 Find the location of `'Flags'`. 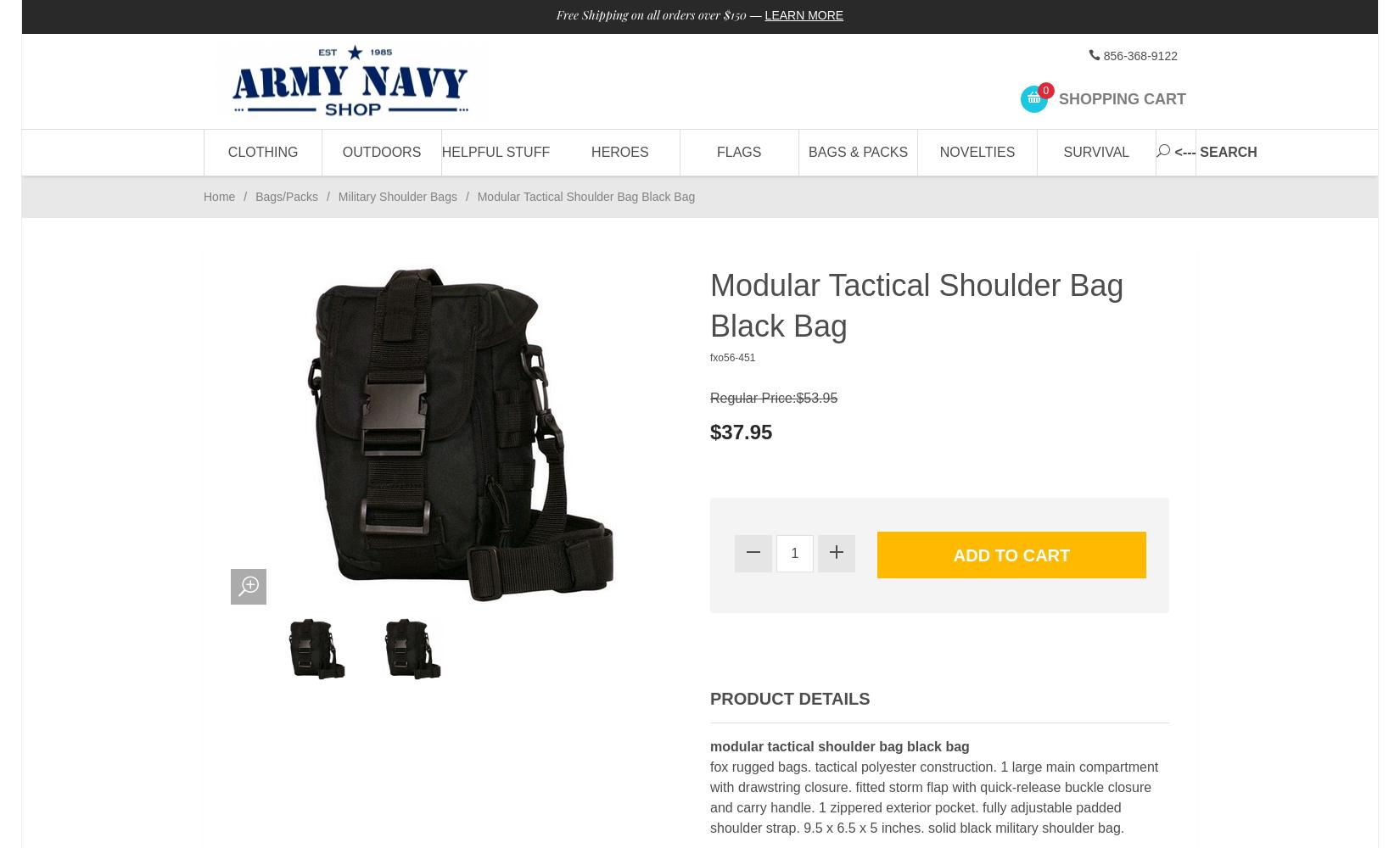

'Flags' is located at coordinates (739, 152).